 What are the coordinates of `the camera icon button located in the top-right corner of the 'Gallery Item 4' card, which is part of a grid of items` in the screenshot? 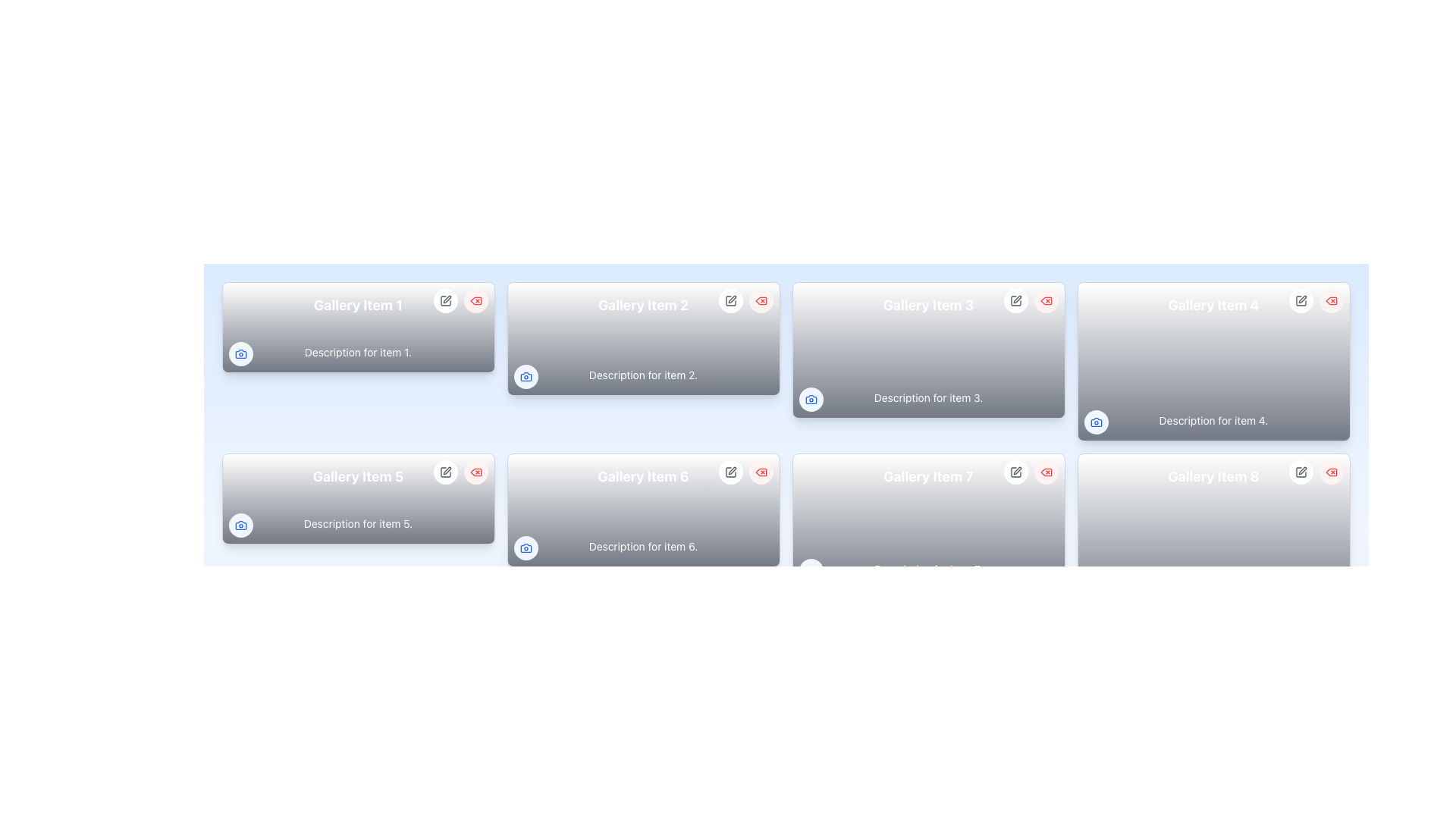 It's located at (1096, 422).